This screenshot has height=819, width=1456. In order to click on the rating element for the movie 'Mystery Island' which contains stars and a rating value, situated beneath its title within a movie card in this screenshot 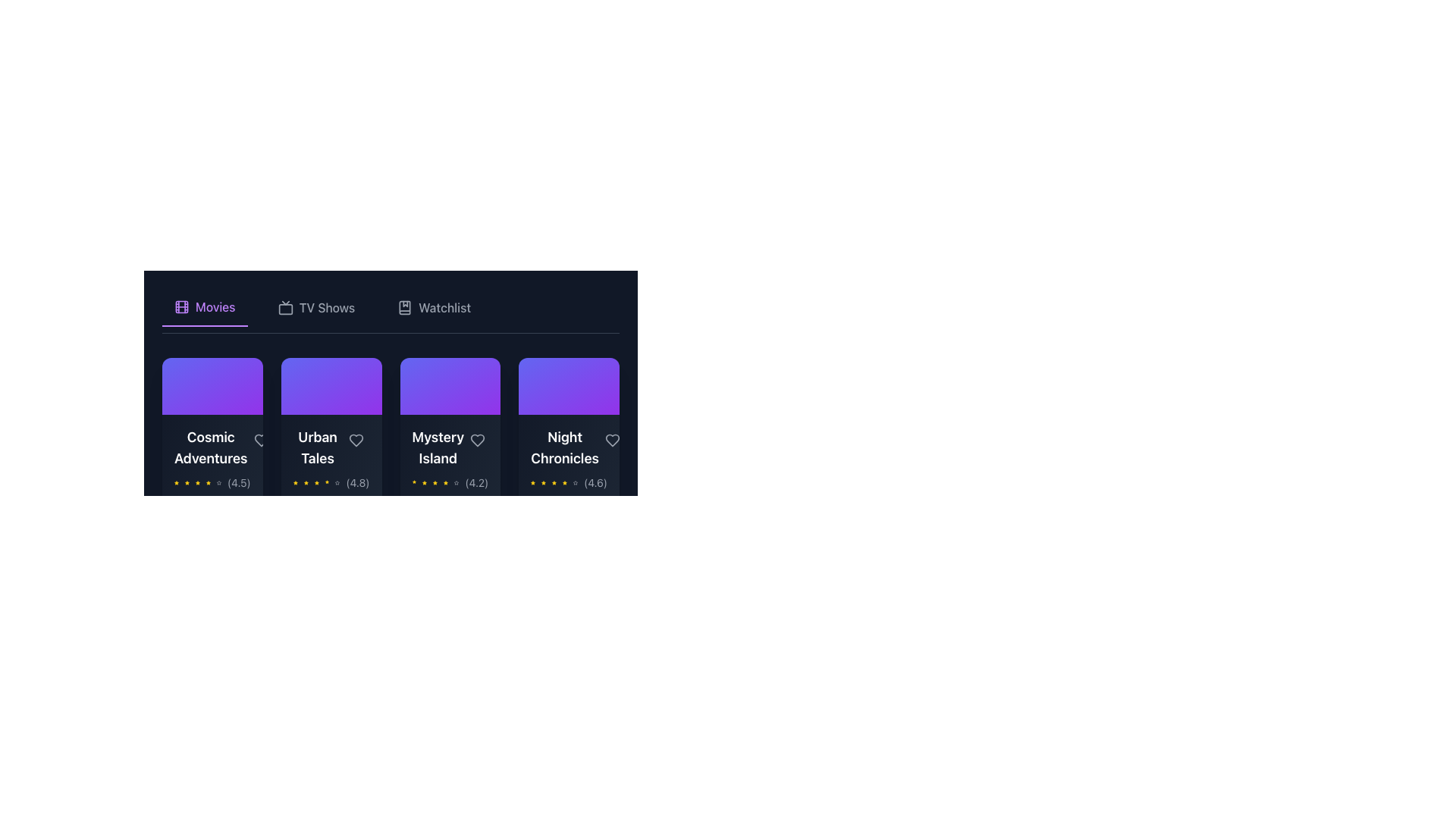, I will do `click(449, 482)`.